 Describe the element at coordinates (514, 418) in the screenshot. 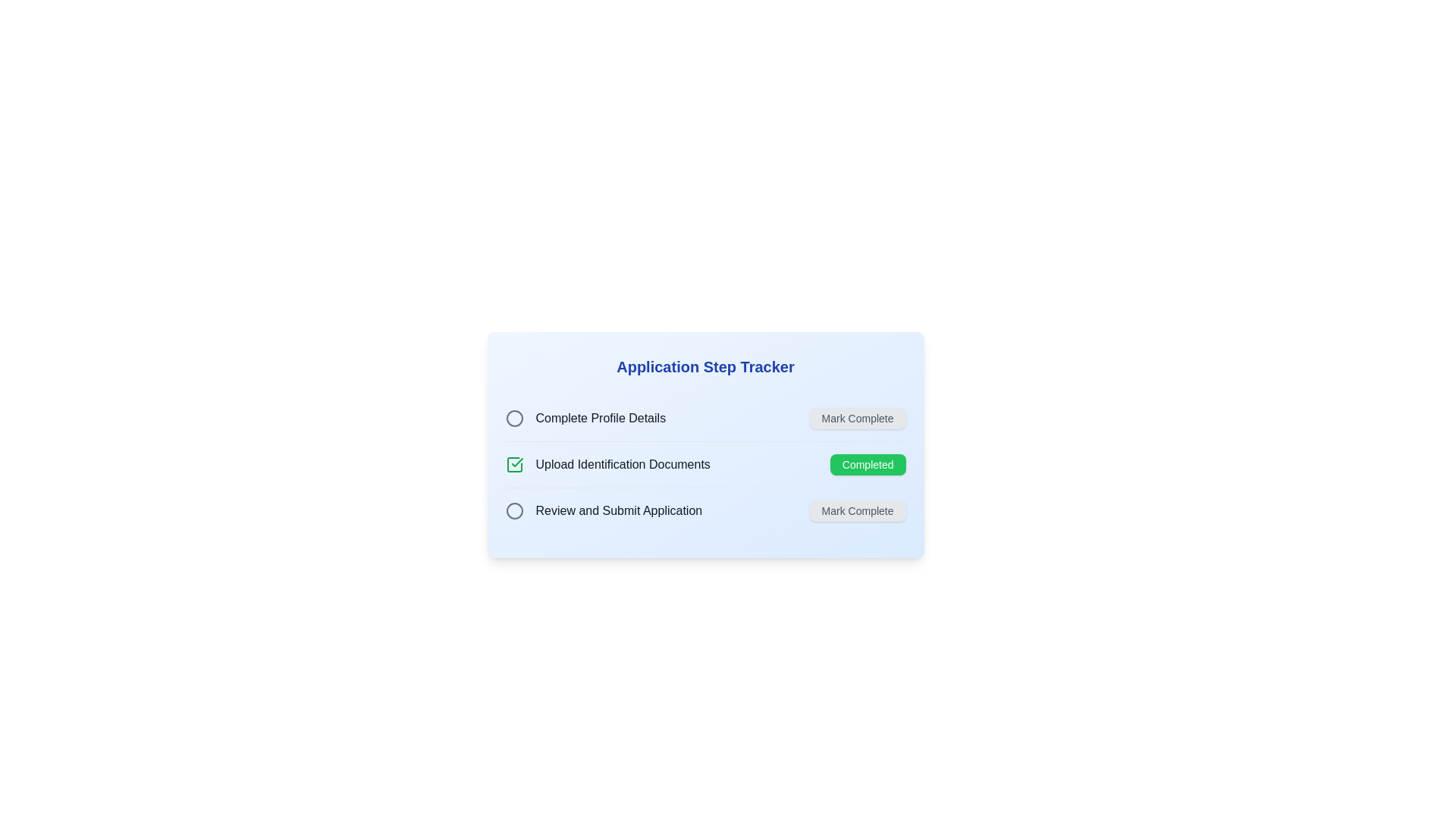

I see `the Circle Indicator icon that indicates the status of the 'Complete Profile Details' step` at that location.